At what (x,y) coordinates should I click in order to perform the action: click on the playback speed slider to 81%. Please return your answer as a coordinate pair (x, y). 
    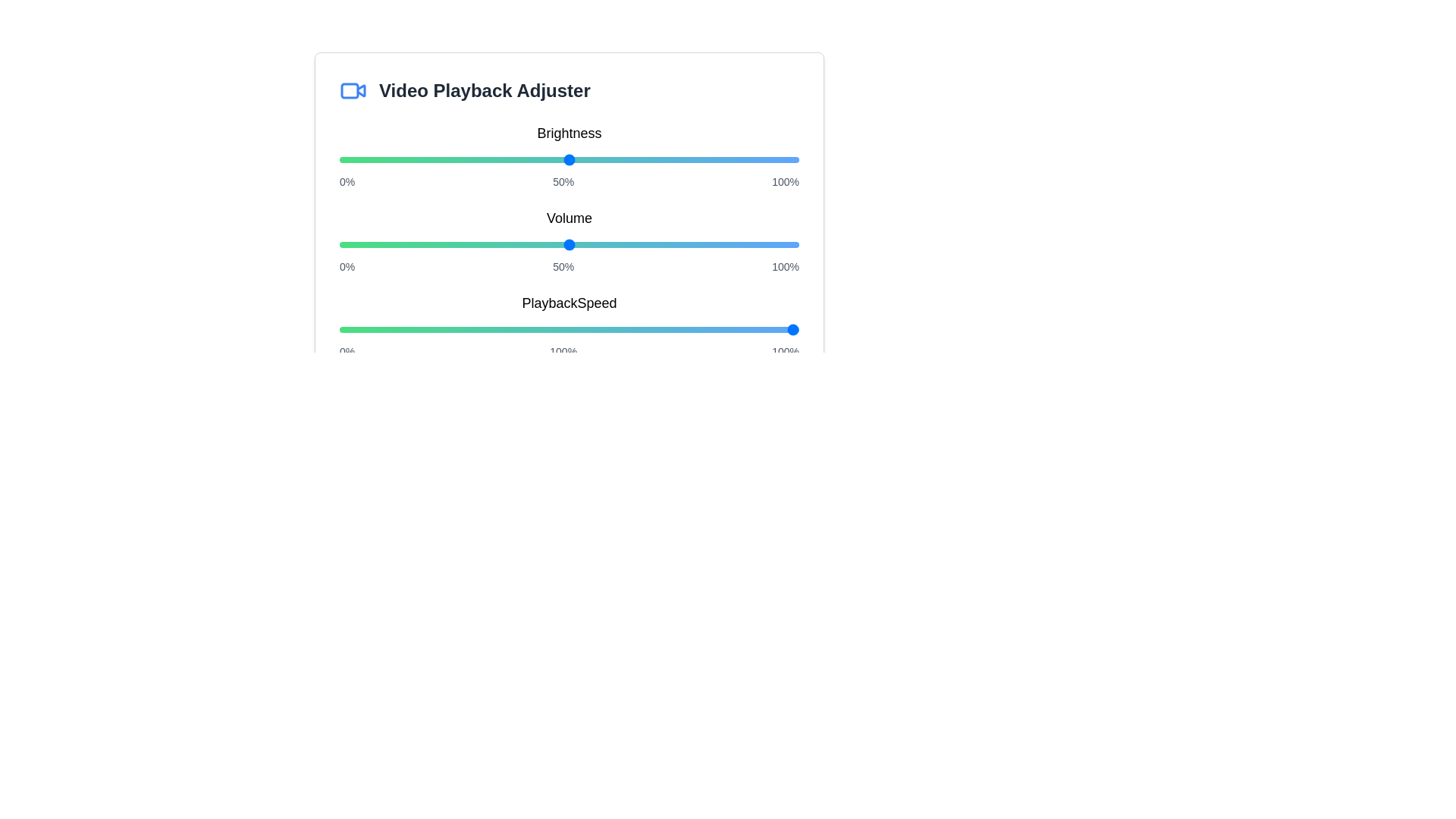
    Looking at the image, I should click on (711, 329).